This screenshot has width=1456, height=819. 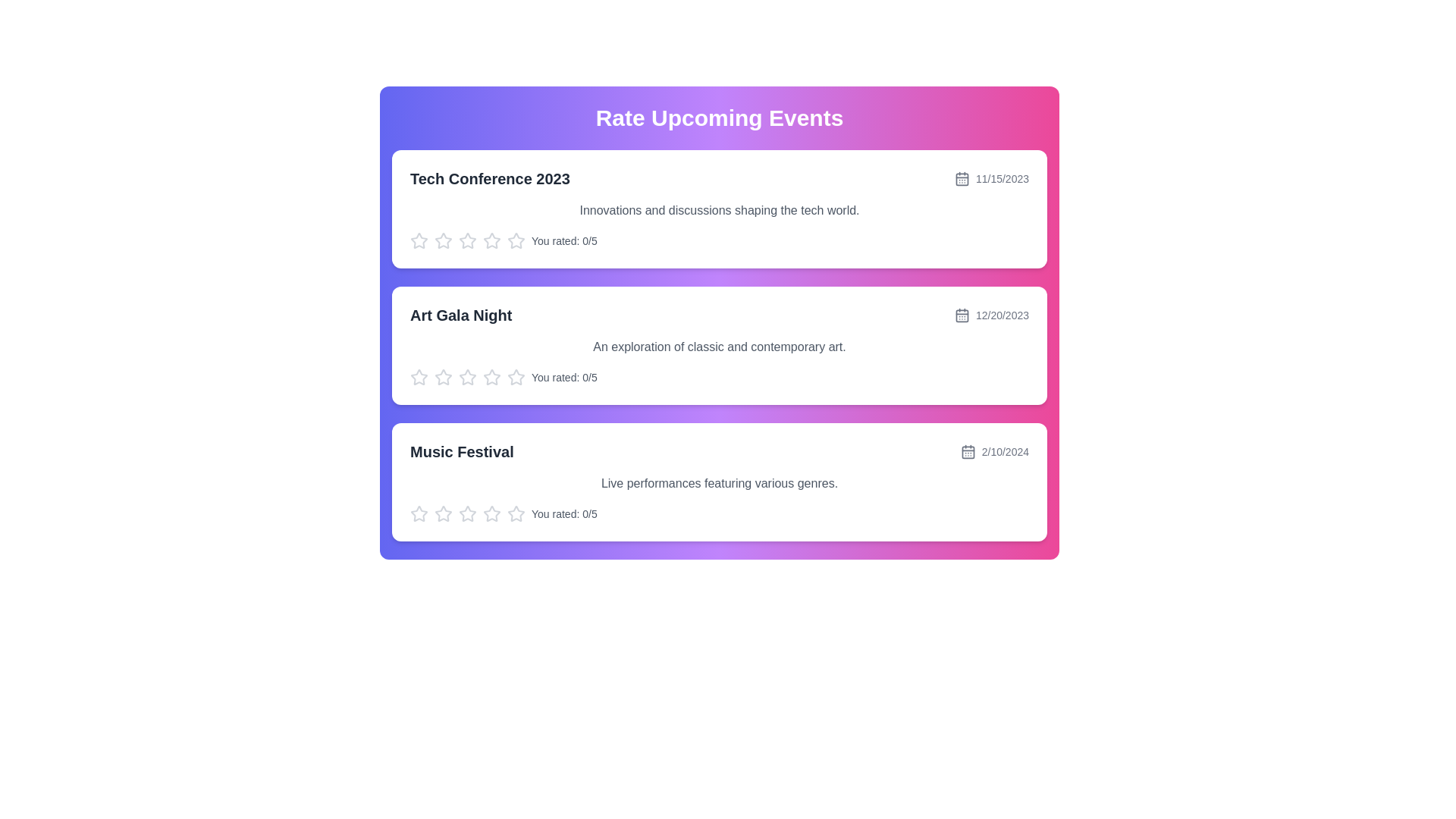 What do you see at coordinates (563, 513) in the screenshot?
I see `the text label that reads 'You rated: 0/5', which is displayed in a smaller, gray font at the bottom-right corner of the last event card, positioned below the five star icons` at bounding box center [563, 513].